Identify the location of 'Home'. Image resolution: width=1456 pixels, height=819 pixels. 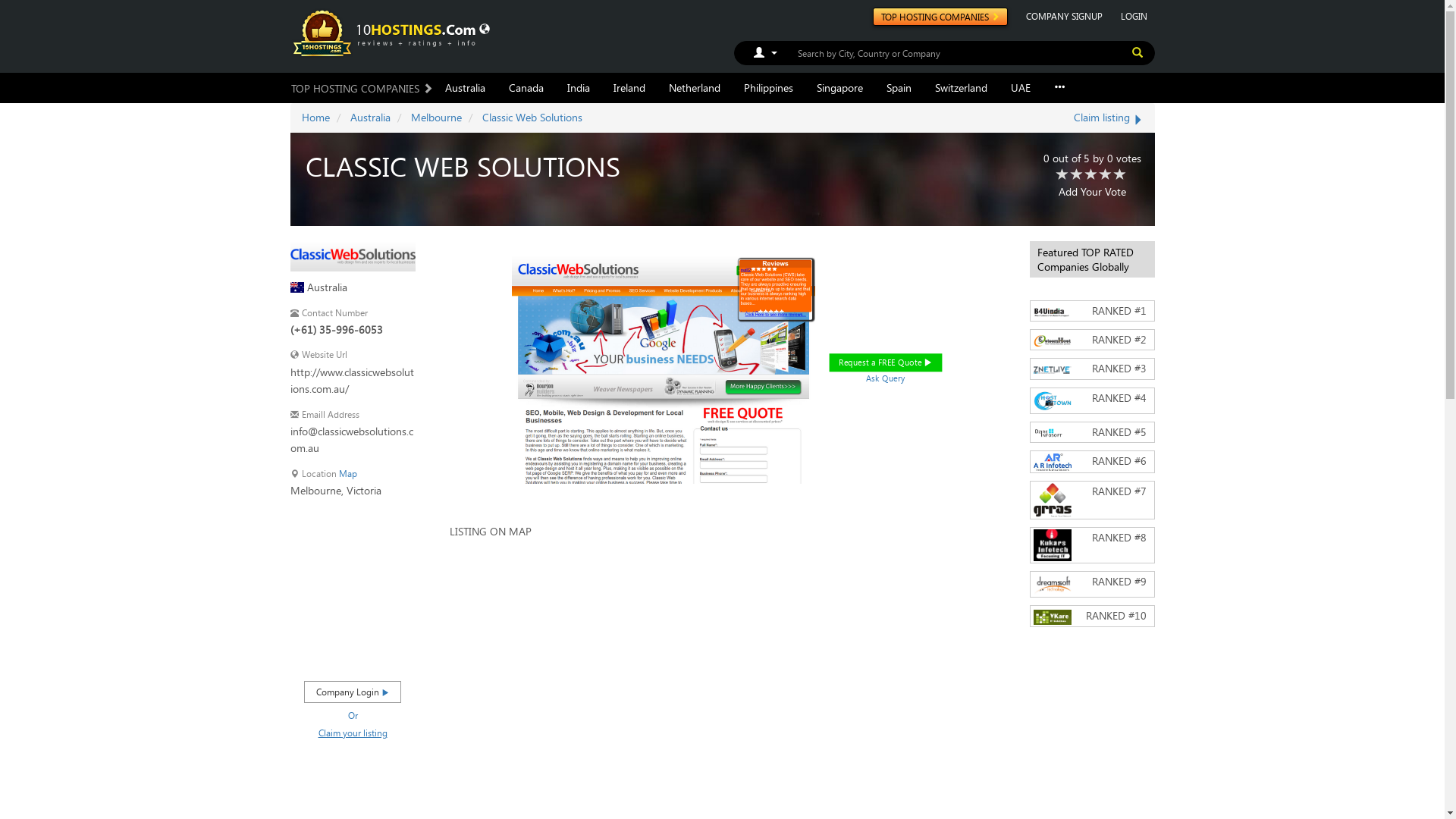
(315, 116).